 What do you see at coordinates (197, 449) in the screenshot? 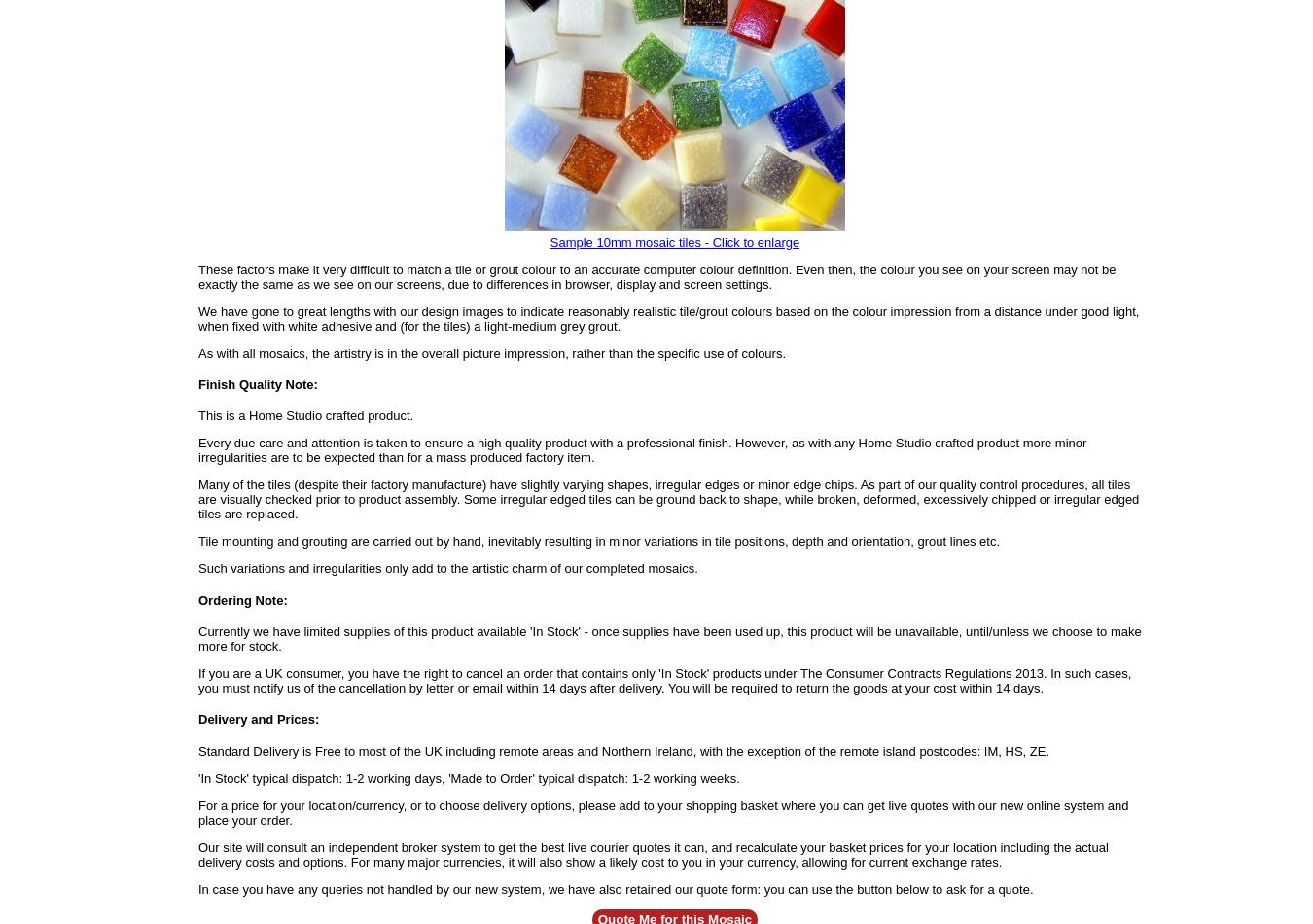
I see `'Every due care and attention is taken to ensure a high quality product with a professional finish. However, as with any Home Studio crafted product more minor irregularities are to be expected than for a mass produced factory item.'` at bounding box center [197, 449].